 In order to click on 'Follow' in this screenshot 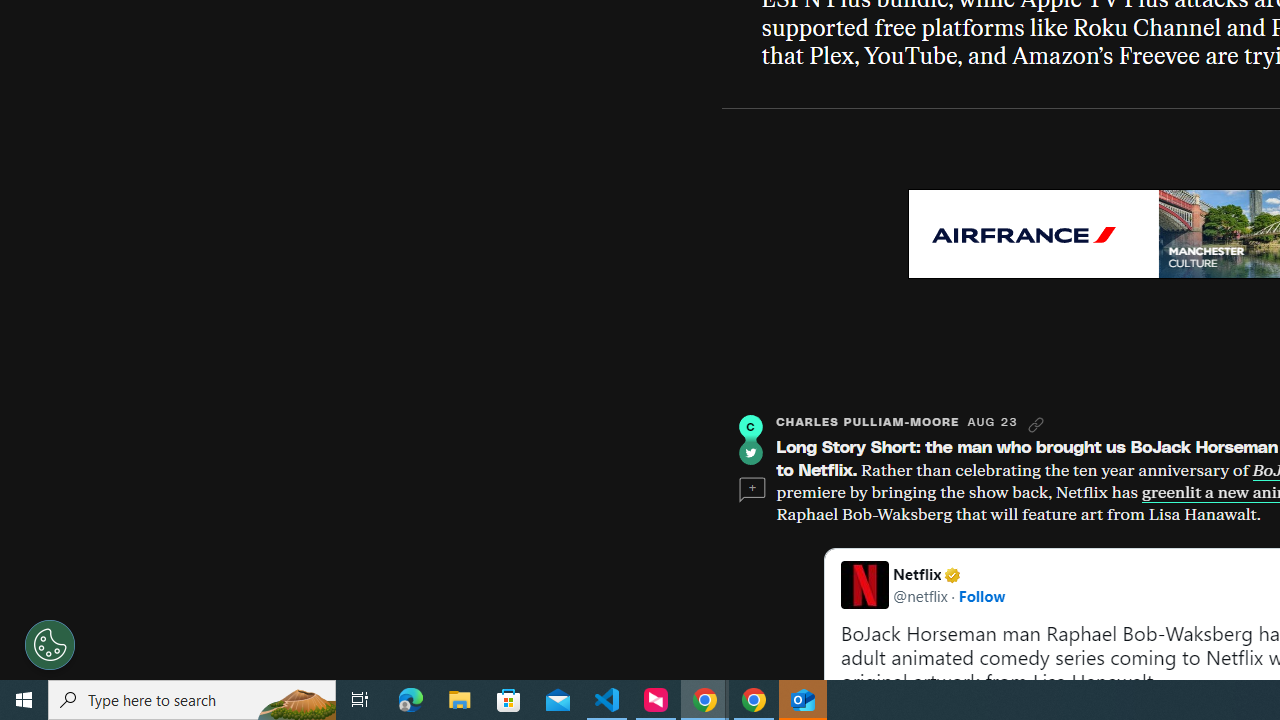, I will do `click(981, 594)`.